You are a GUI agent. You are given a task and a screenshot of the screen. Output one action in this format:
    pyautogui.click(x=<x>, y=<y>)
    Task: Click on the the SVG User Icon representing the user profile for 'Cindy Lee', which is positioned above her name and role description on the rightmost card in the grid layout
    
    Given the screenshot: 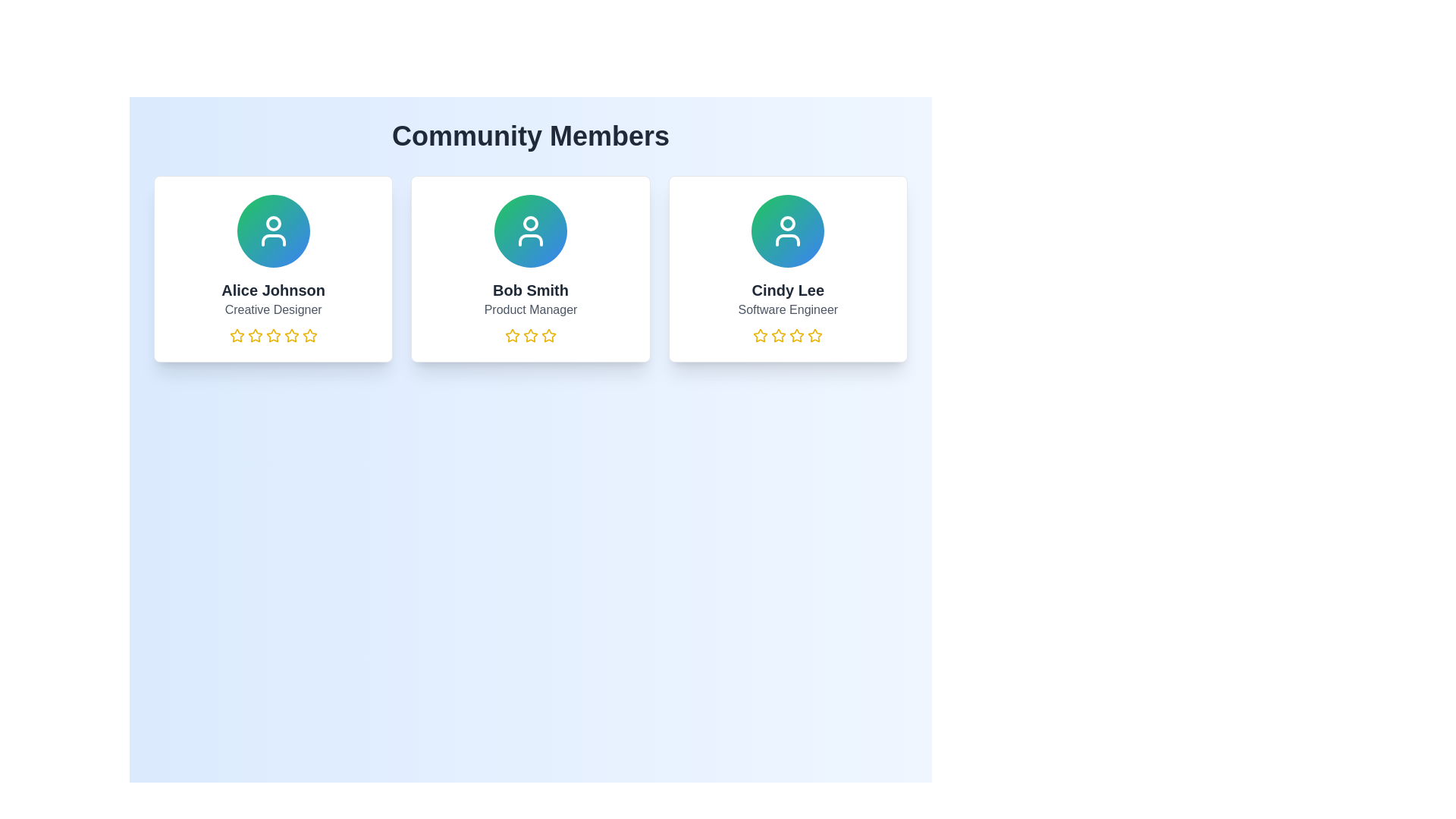 What is the action you would take?
    pyautogui.click(x=788, y=231)
    